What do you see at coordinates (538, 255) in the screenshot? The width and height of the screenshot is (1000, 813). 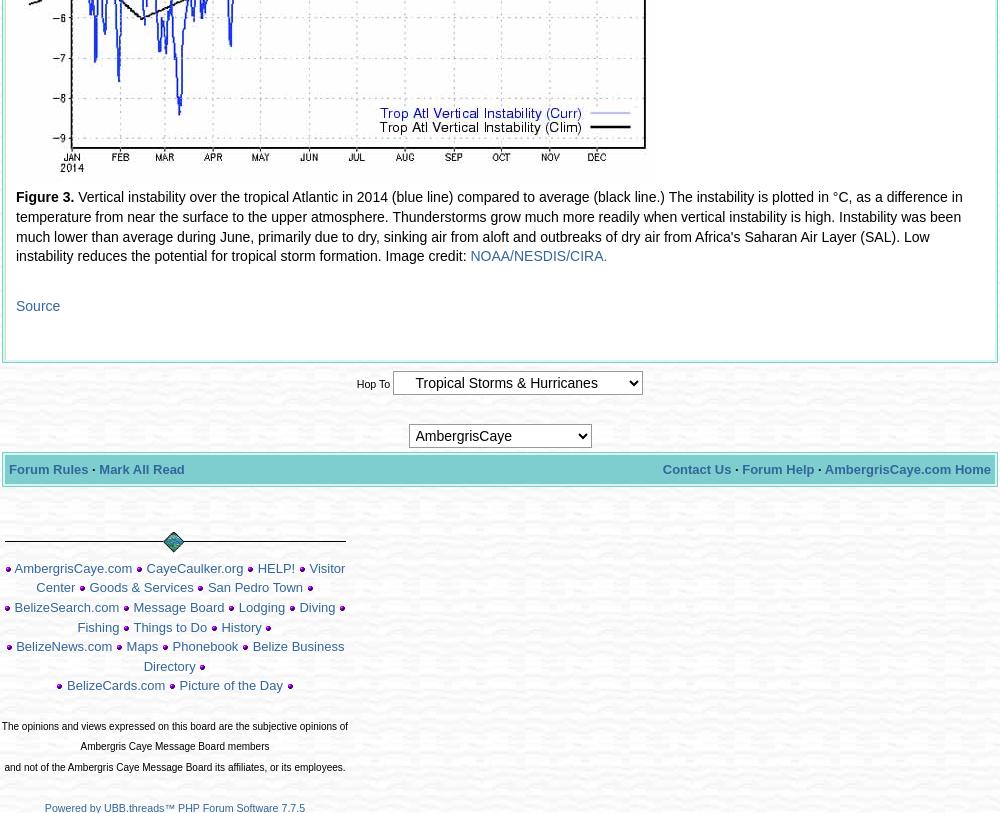 I see `'NOAA/NESDIS/CIRA.'` at bounding box center [538, 255].